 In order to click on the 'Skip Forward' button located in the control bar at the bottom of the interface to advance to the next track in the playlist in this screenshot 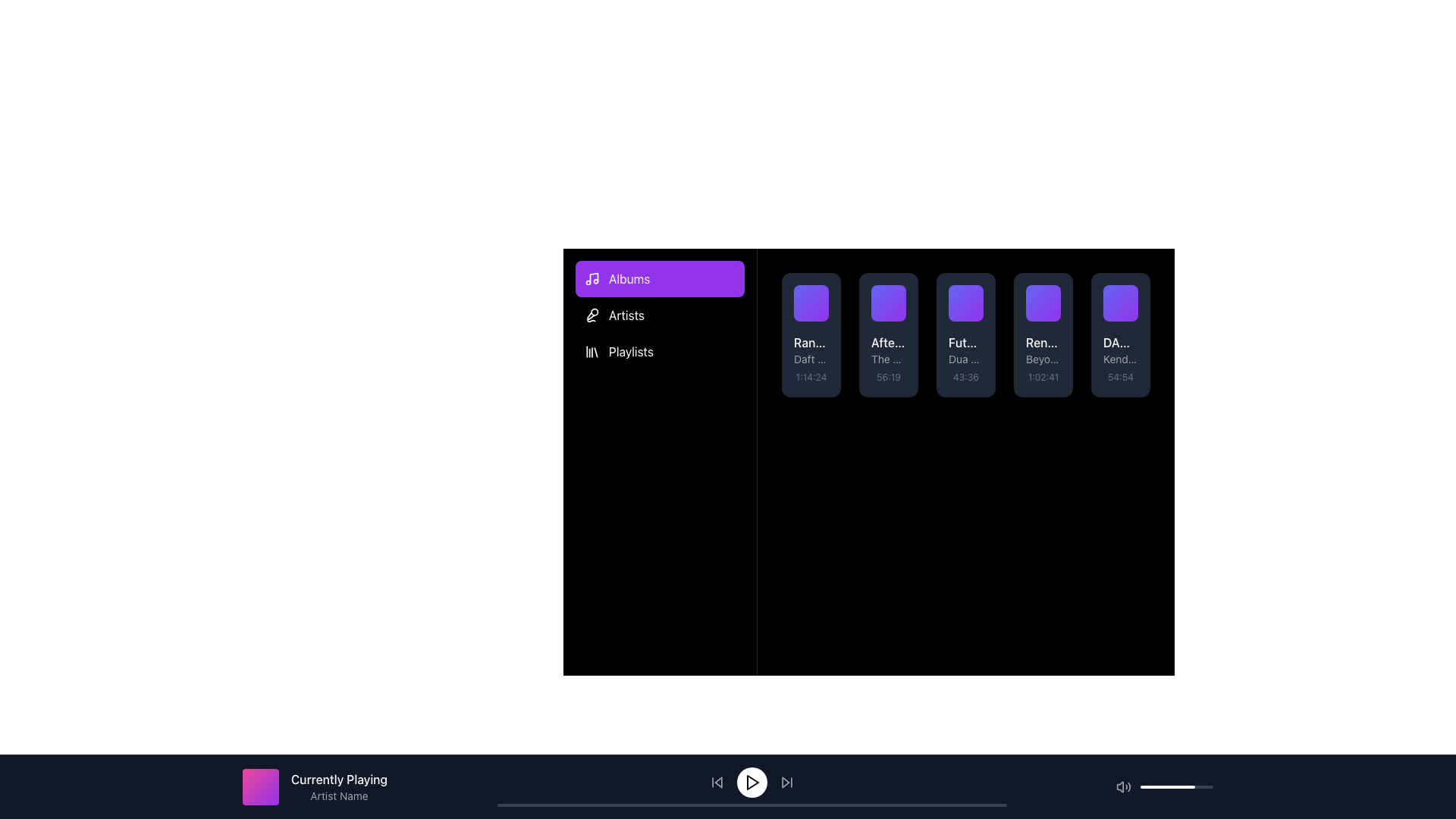, I will do `click(785, 783)`.